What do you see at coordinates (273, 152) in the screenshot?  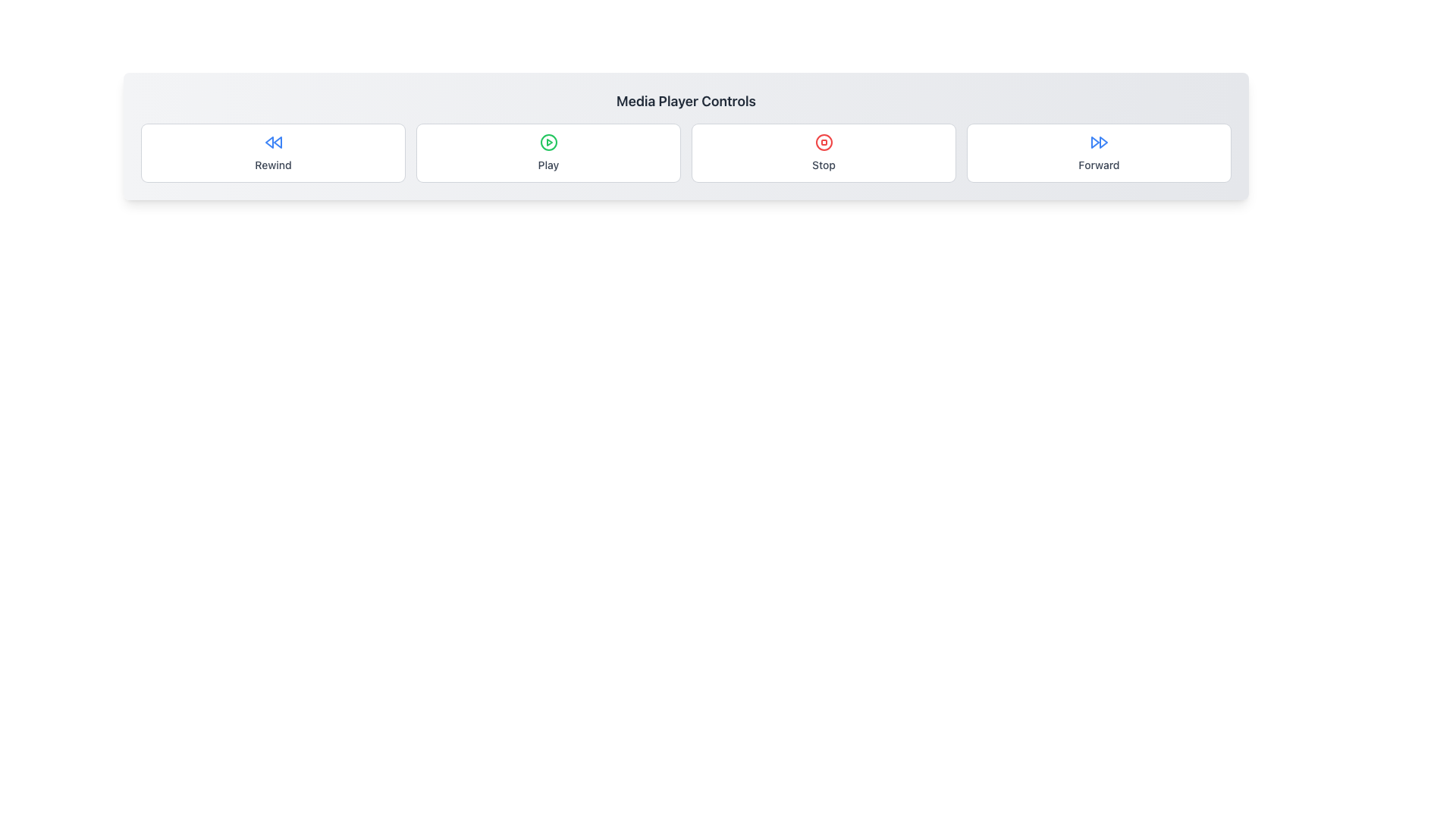 I see `the 'Rewind' button, which is the first control button on the left with a blue double-arrow rewind symbol and gray text on a white background` at bounding box center [273, 152].